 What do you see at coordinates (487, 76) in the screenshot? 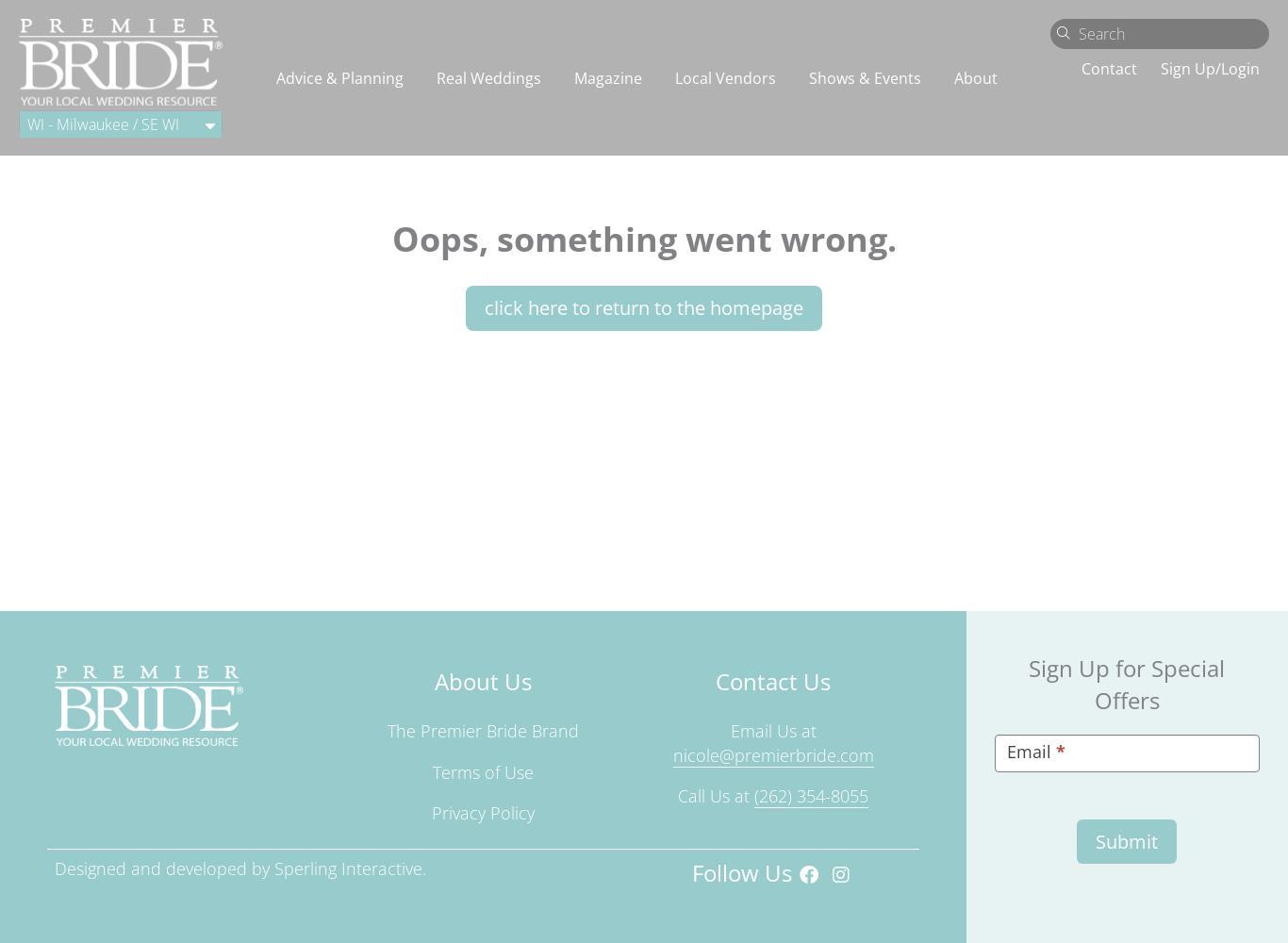
I see `'Real Weddings'` at bounding box center [487, 76].